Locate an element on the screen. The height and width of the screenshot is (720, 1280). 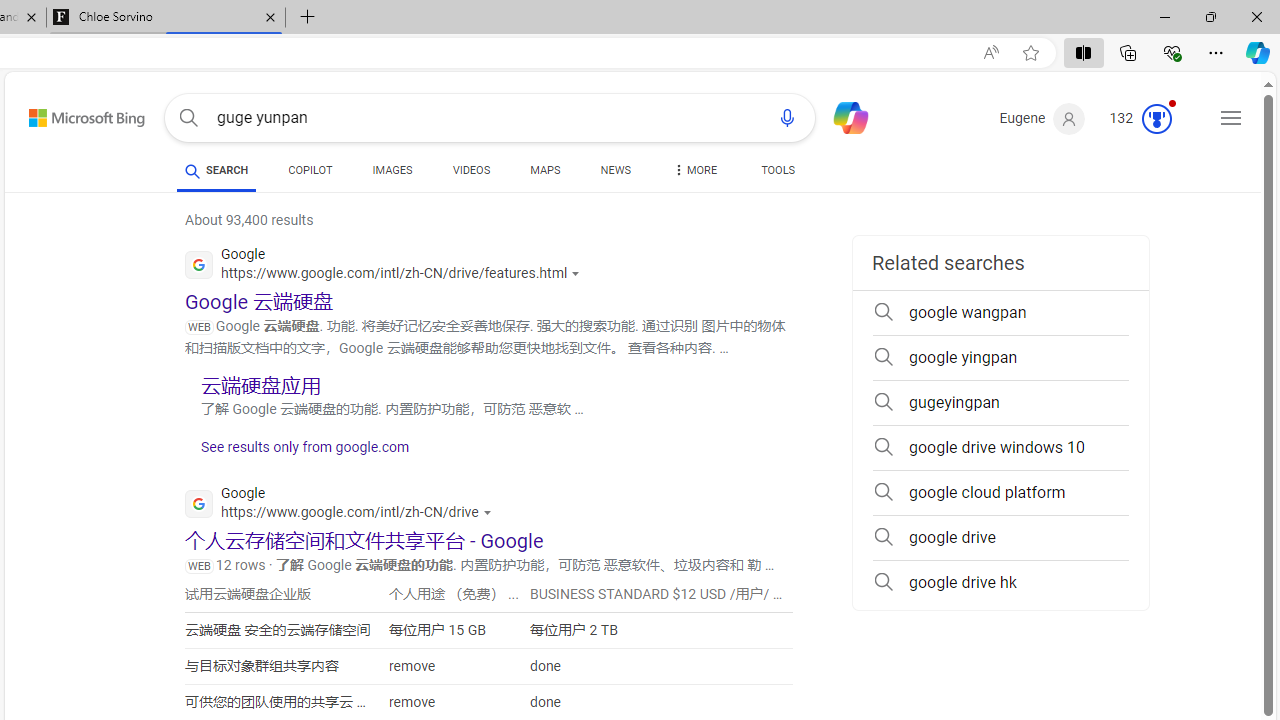
'Search using voice' is located at coordinates (786, 118).